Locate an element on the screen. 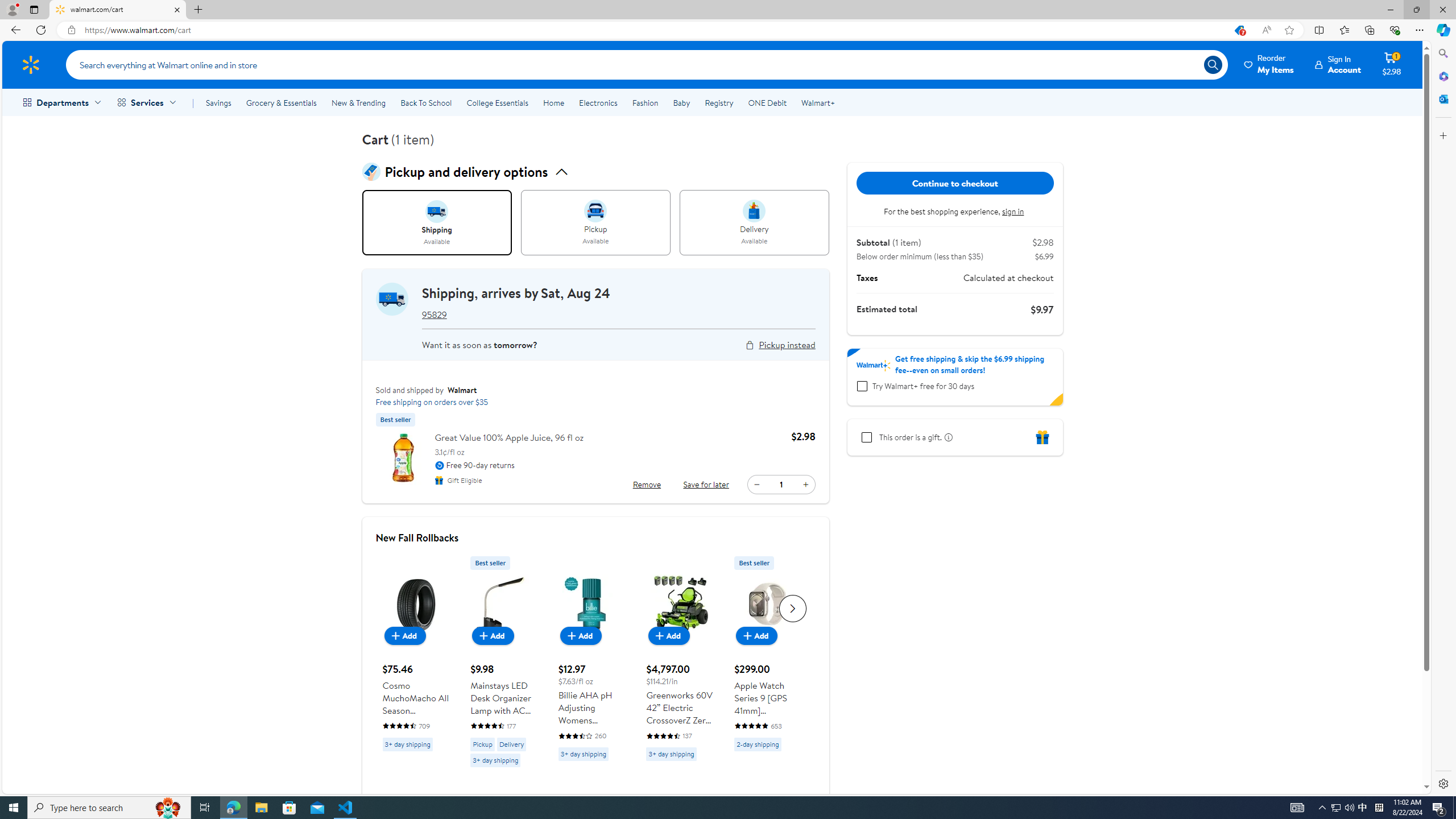 The height and width of the screenshot is (819, 1456). 'Reorder My Items' is located at coordinates (1269, 64).